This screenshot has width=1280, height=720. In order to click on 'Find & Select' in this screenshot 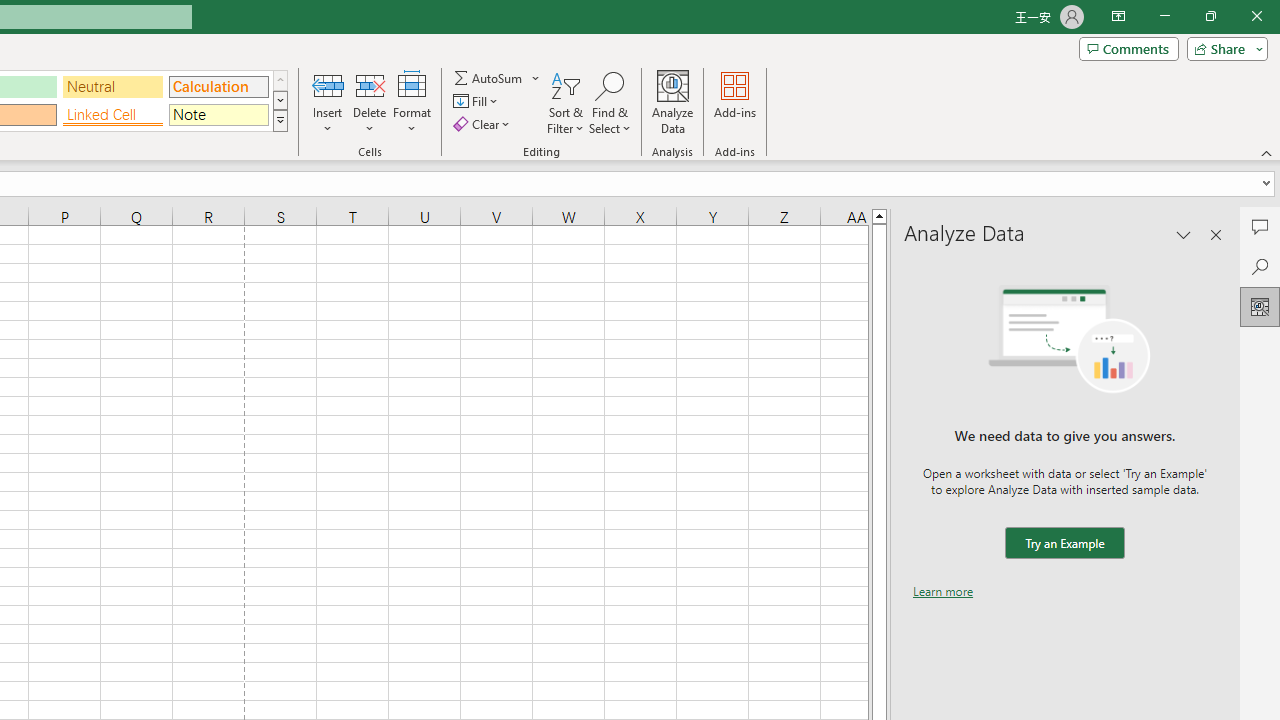, I will do `click(609, 103)`.